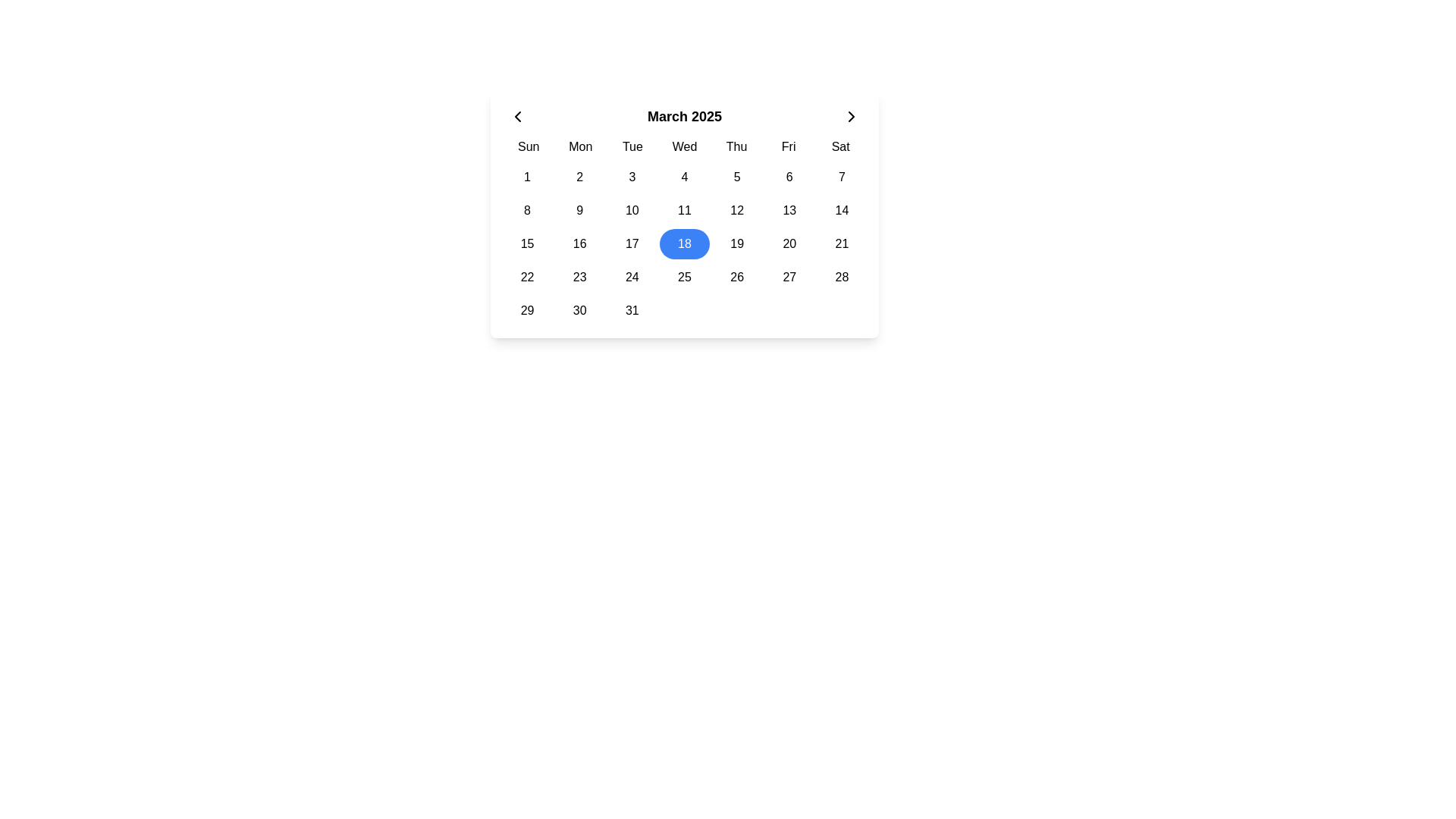  What do you see at coordinates (683, 116) in the screenshot?
I see `the textual header that displays the currently selected month and year in the calendar interface, located at the center of the horizontal layout bar at the top of the calendar view` at bounding box center [683, 116].